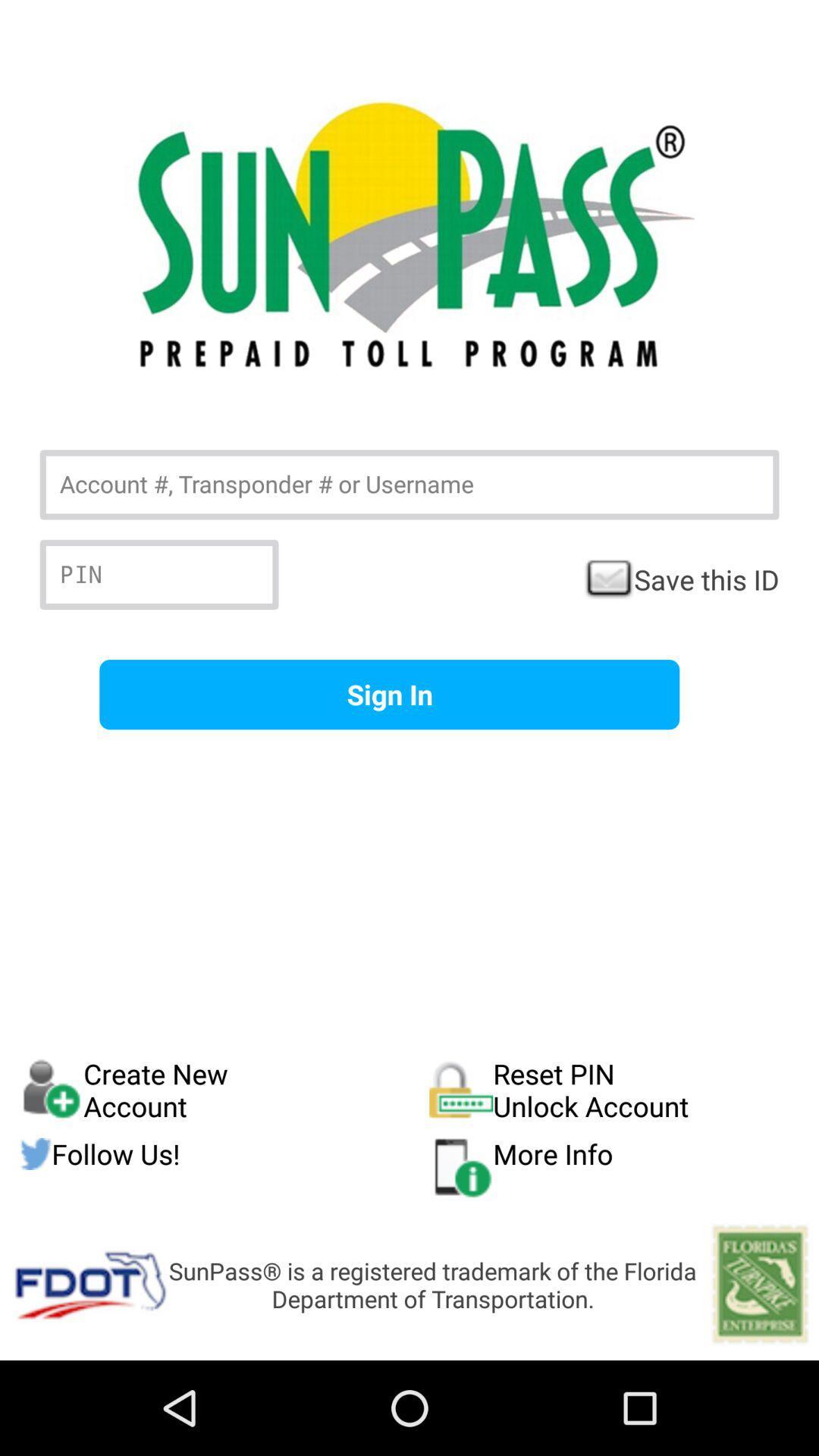  I want to click on the item to the right of create new, so click(614, 1089).